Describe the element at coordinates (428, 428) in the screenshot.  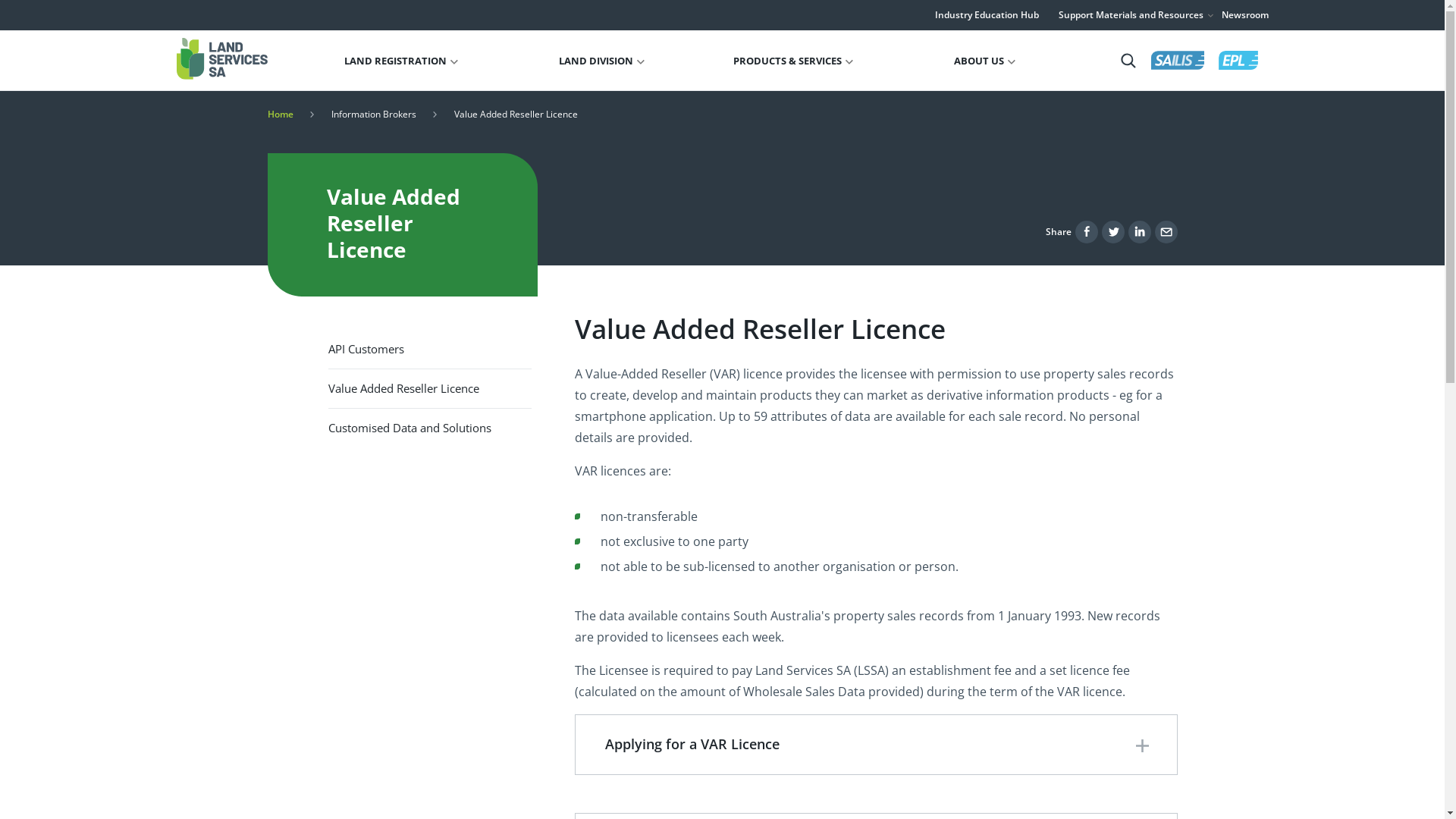
I see `'Customised Data and Solutions'` at that location.